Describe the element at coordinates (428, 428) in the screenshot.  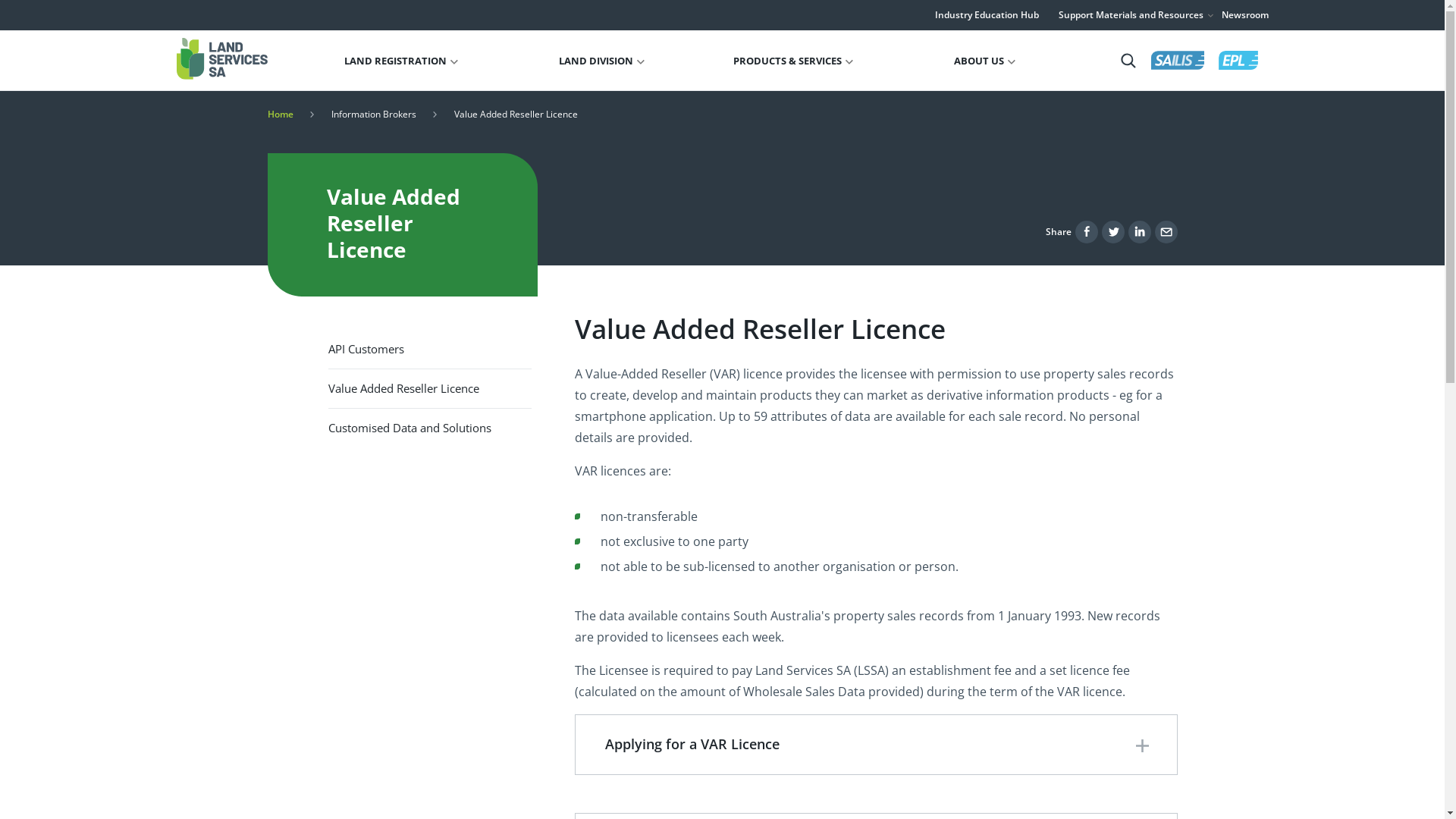
I see `'Customised Data and Solutions'` at that location.